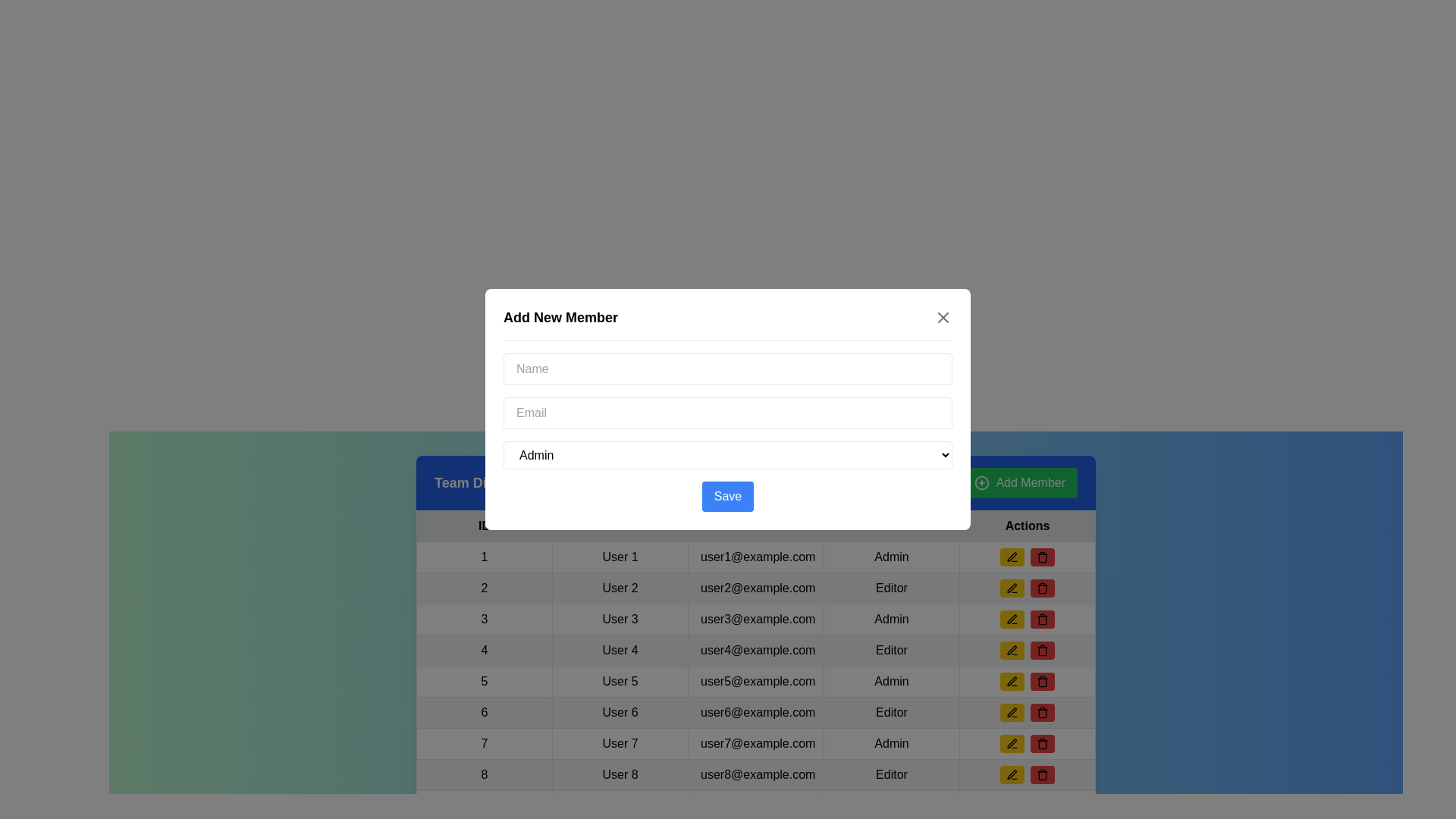 The image size is (1456, 819). Describe the element at coordinates (756, 620) in the screenshot. I see `the third row of the tabular data, which contains the text '3 User 3 user3@example.com Admin'` at that location.